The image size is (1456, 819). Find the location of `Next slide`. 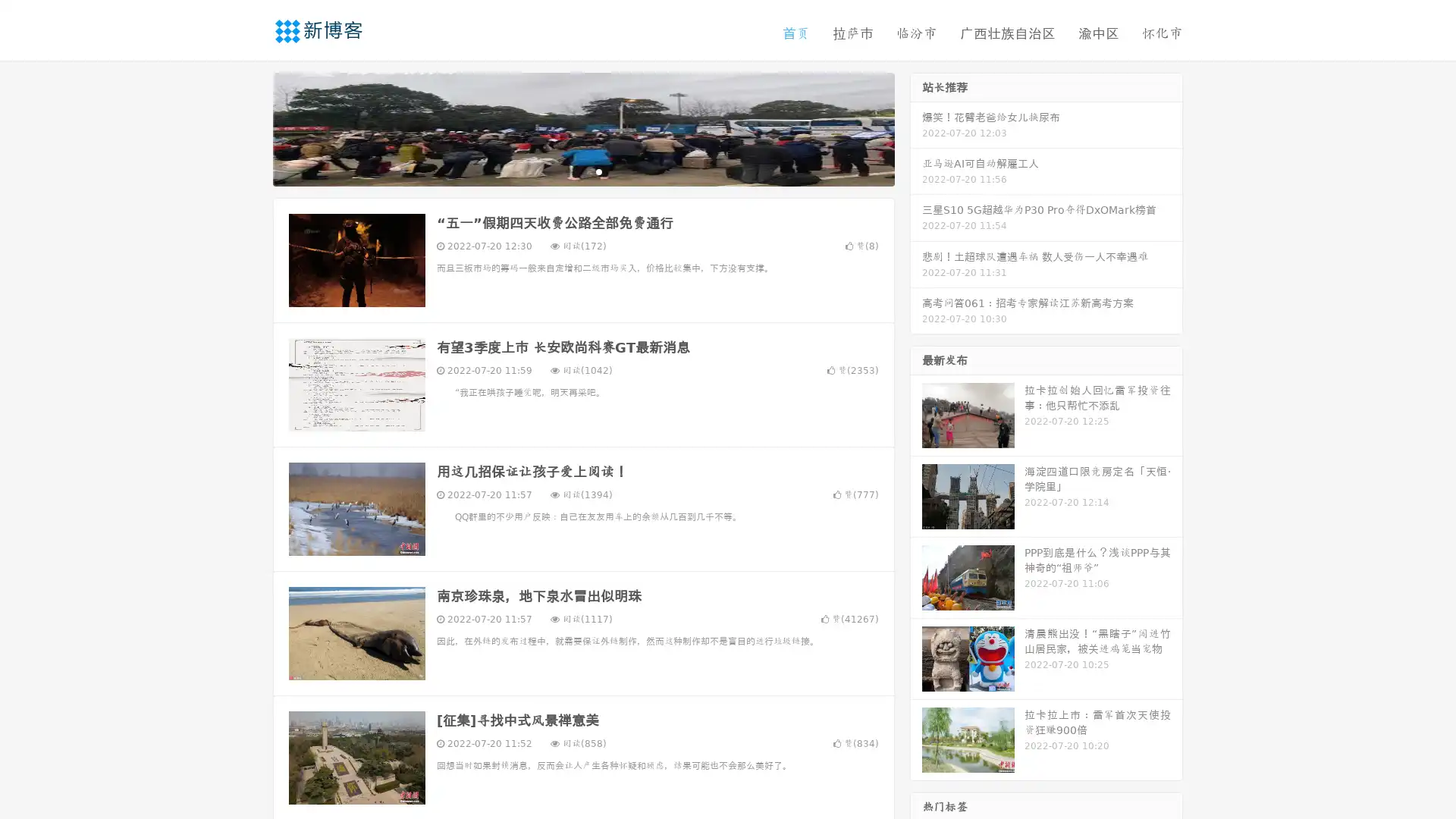

Next slide is located at coordinates (916, 127).